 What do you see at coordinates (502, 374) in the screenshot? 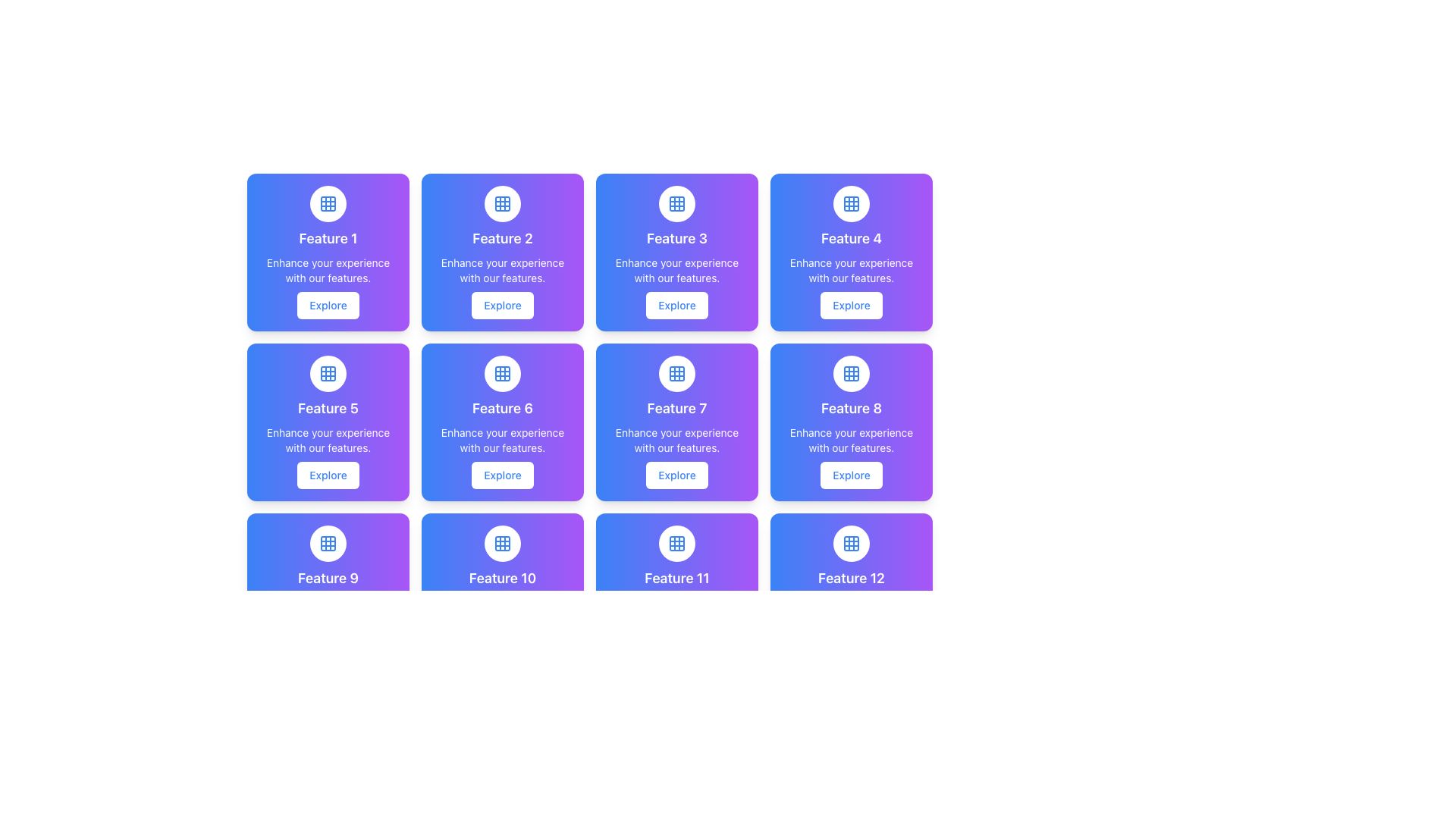
I see `the decorative grid-like icon located above the text 'Feature 6' in the second row of the grid layout` at bounding box center [502, 374].